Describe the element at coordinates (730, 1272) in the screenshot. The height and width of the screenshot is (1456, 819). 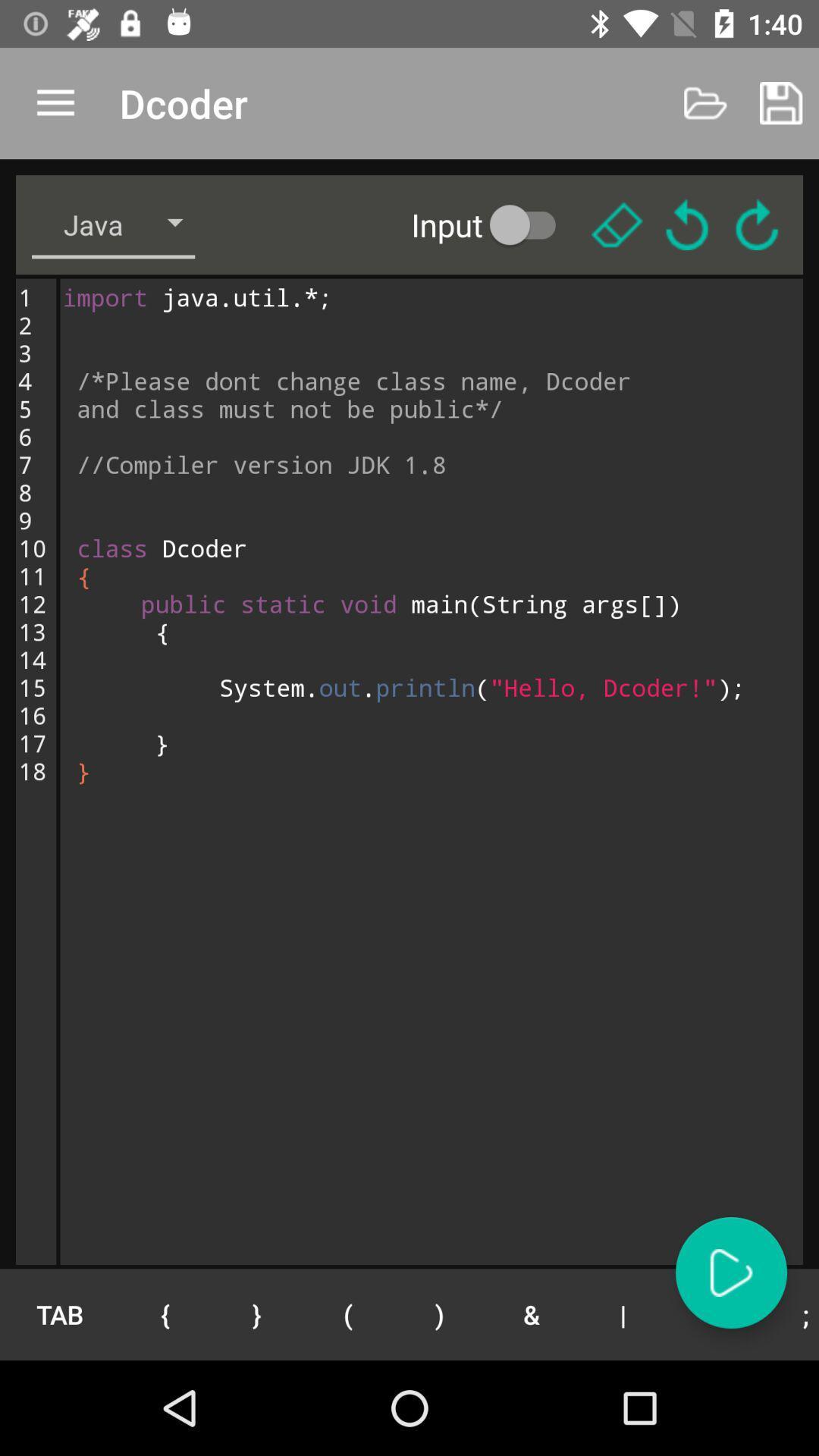
I see `compile and run code` at that location.